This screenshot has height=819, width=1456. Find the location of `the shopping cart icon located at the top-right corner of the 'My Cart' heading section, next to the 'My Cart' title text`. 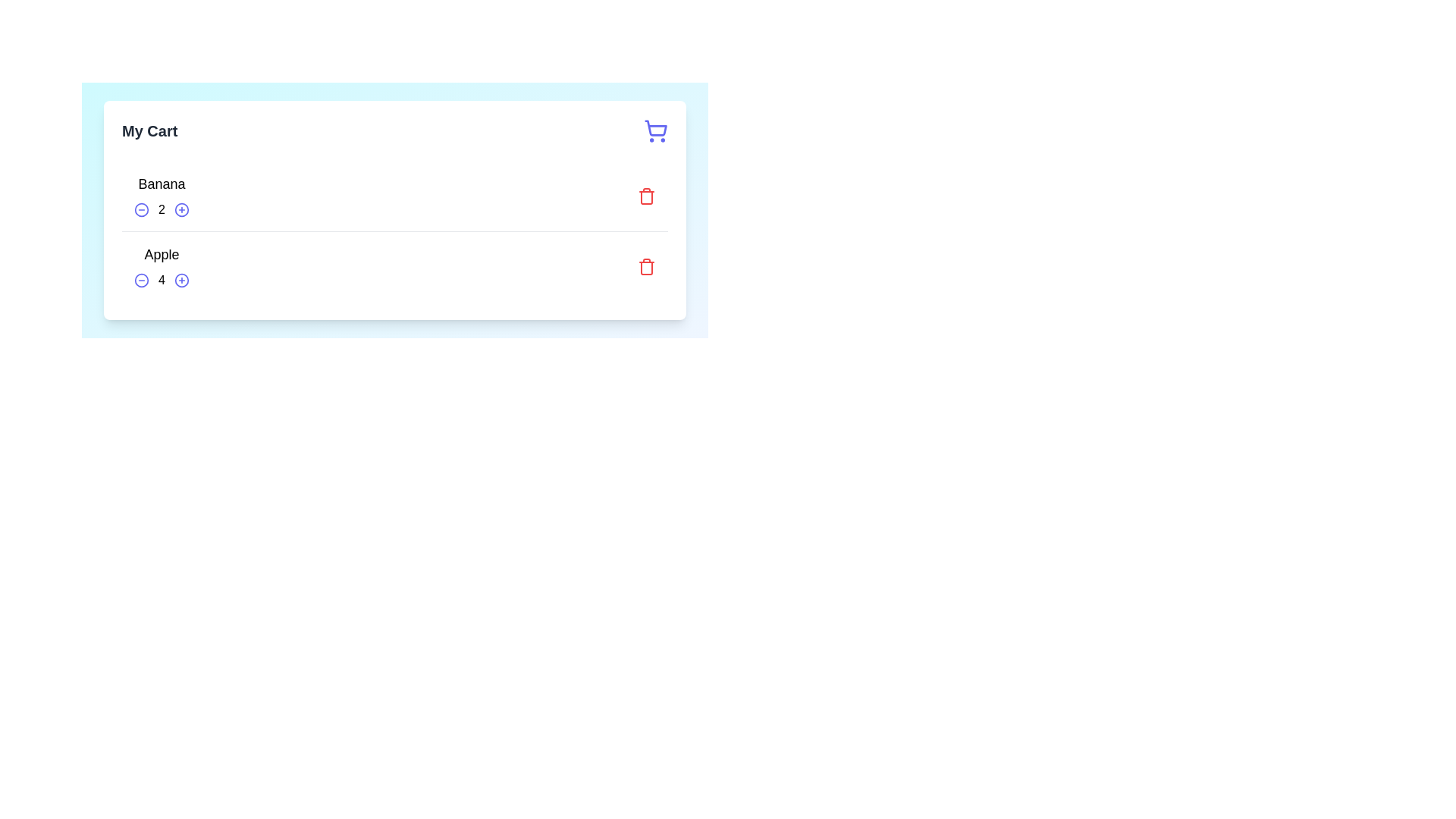

the shopping cart icon located at the top-right corner of the 'My Cart' heading section, next to the 'My Cart' title text is located at coordinates (655, 130).